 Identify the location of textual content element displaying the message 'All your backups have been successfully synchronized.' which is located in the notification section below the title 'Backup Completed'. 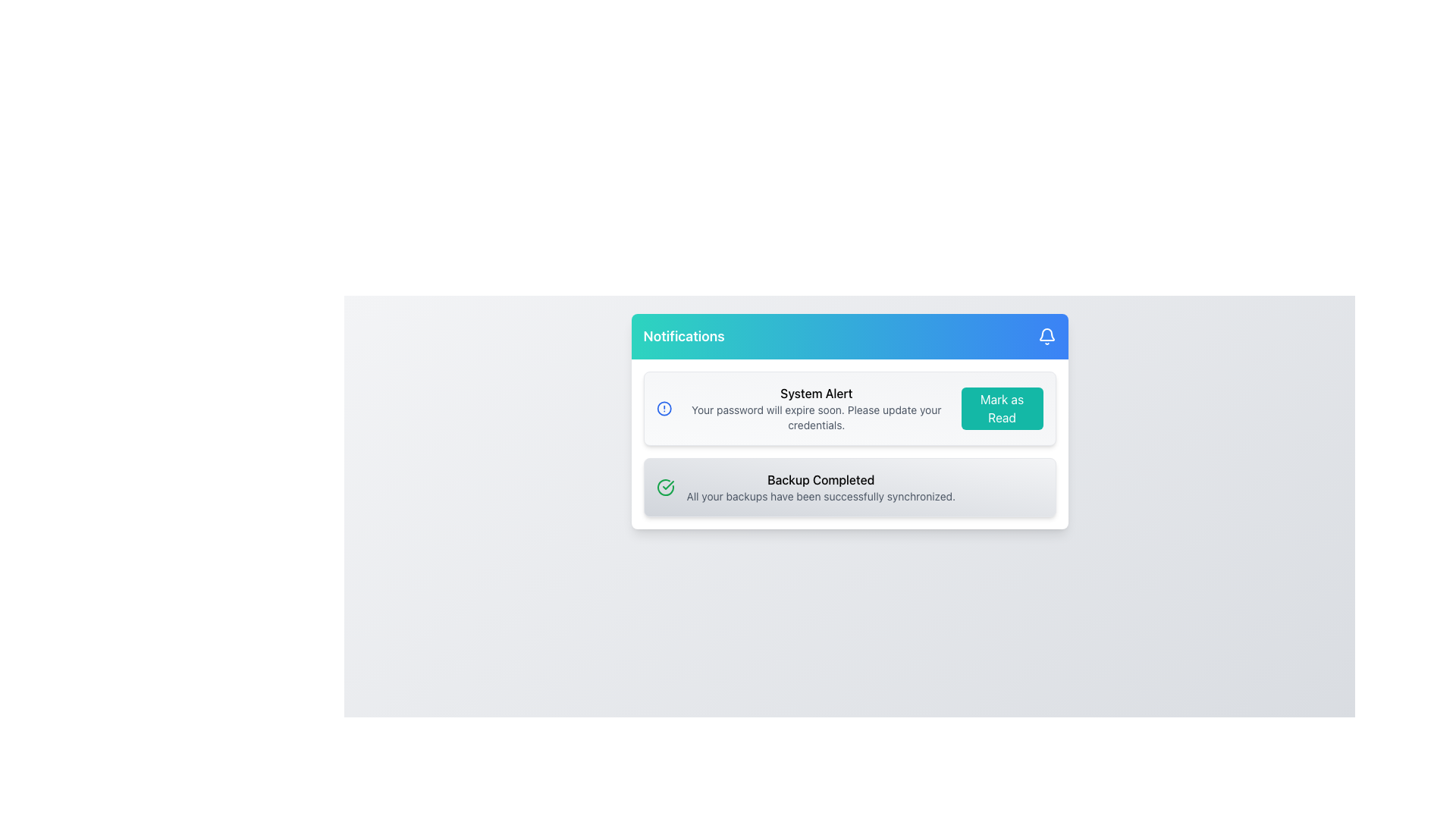
(820, 497).